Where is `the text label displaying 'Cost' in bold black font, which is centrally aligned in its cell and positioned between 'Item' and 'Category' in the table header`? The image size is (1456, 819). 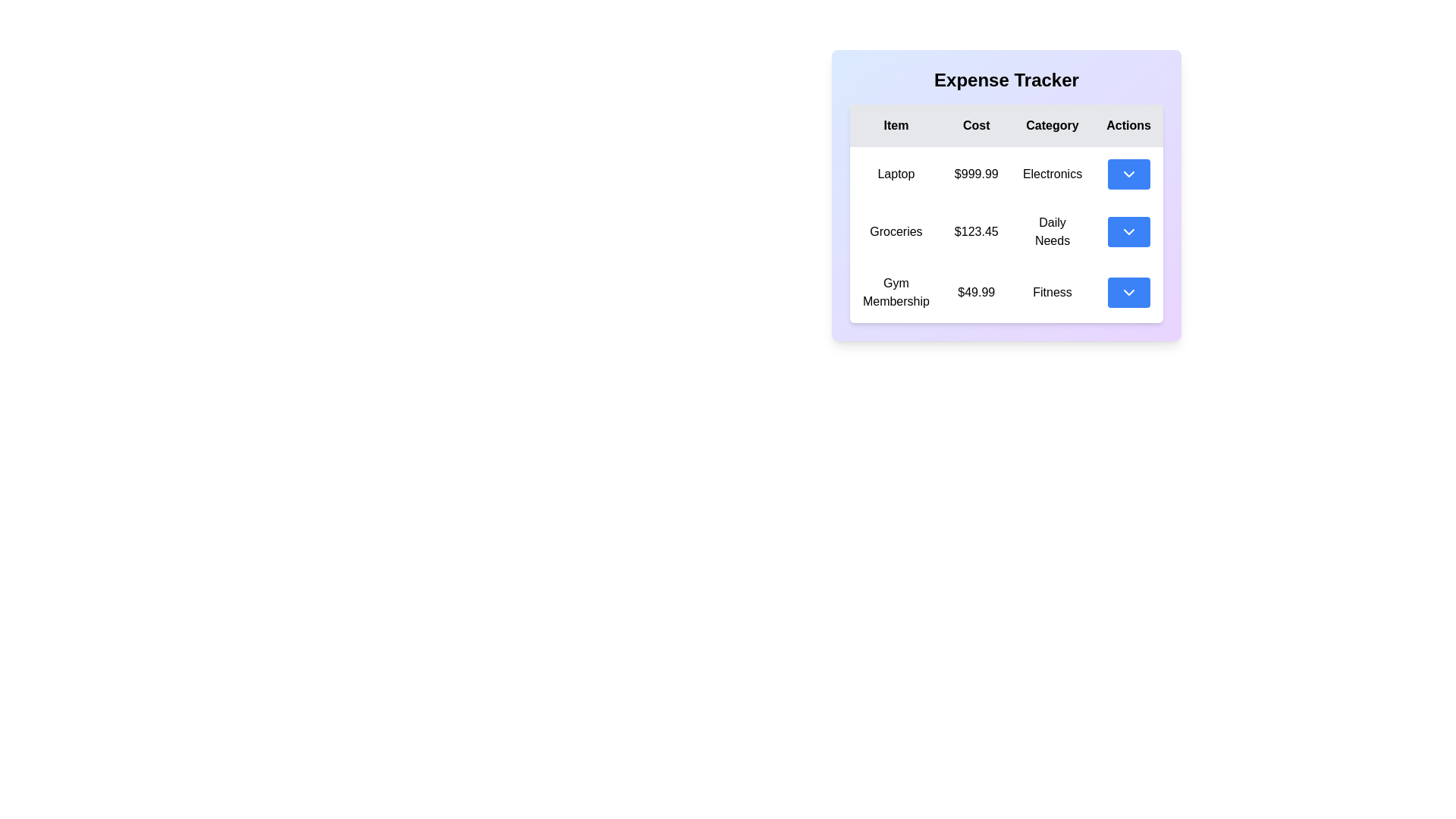 the text label displaying 'Cost' in bold black font, which is centrally aligned in its cell and positioned between 'Item' and 'Category' in the table header is located at coordinates (976, 124).